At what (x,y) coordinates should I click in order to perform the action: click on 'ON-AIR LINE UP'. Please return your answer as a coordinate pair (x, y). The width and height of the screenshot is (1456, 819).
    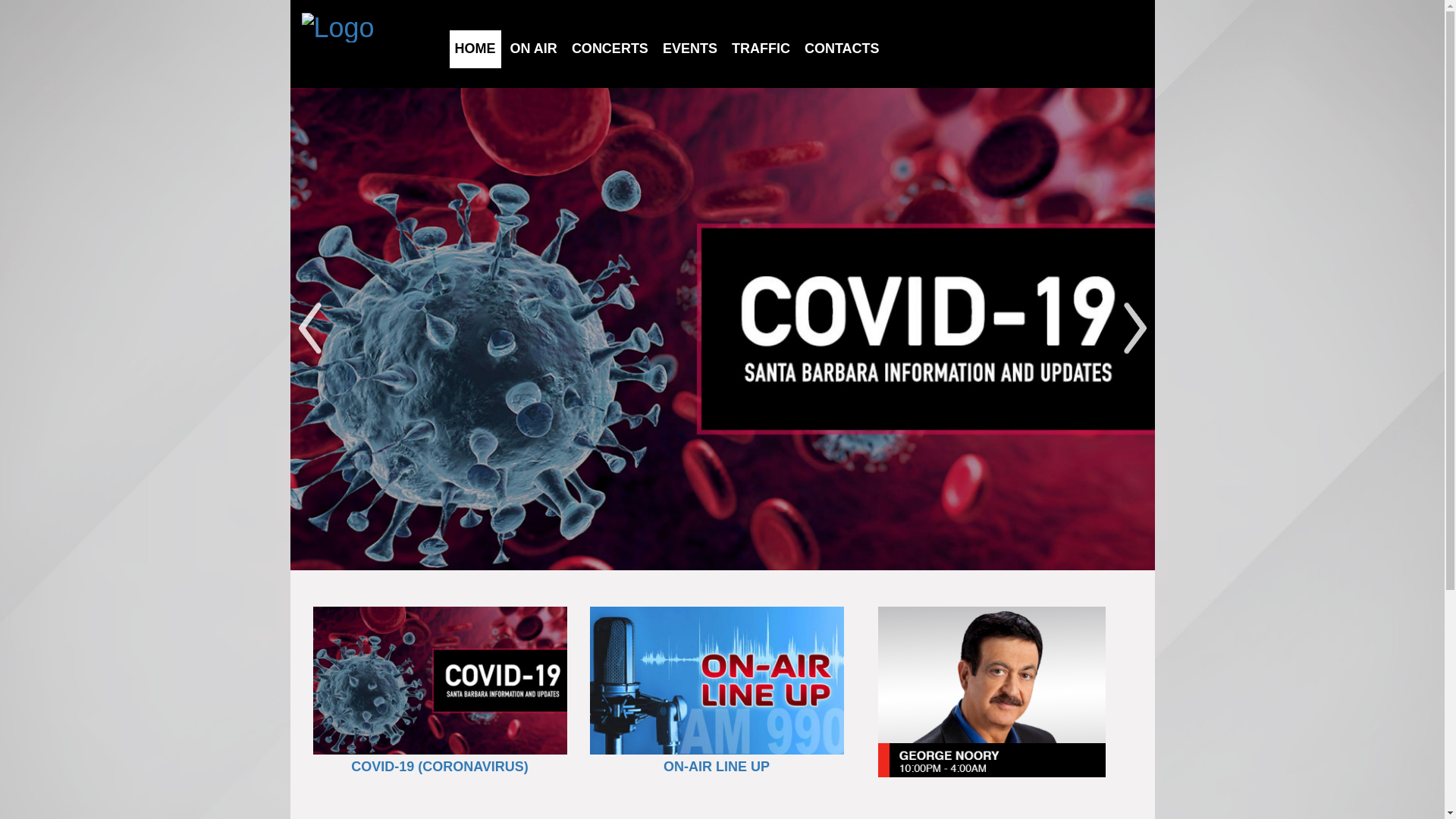
    Looking at the image, I should click on (716, 766).